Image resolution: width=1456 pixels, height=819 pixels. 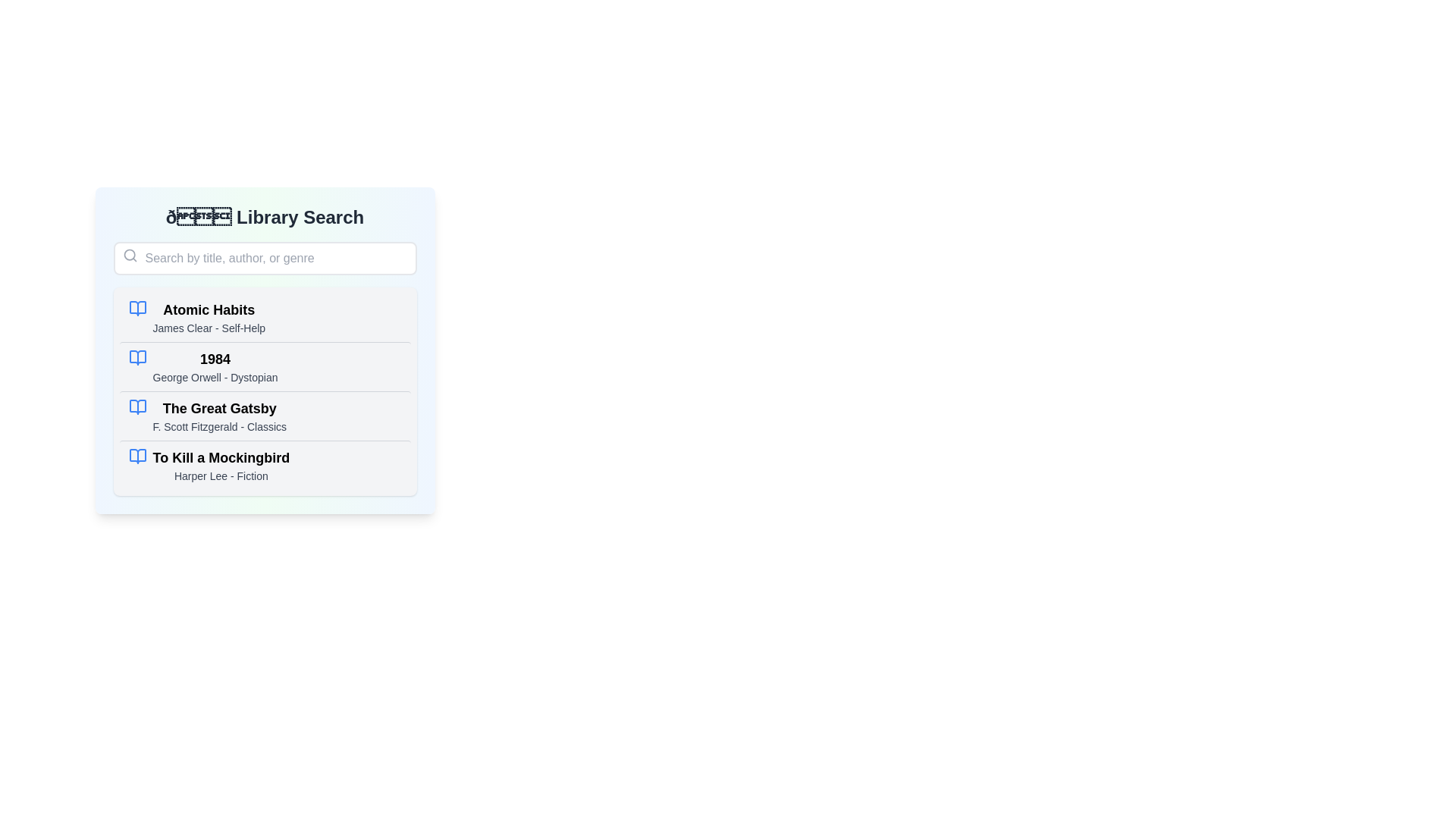 I want to click on the large, bold text 'Atomic Habits' at the top of the library search result entry, so click(x=208, y=309).